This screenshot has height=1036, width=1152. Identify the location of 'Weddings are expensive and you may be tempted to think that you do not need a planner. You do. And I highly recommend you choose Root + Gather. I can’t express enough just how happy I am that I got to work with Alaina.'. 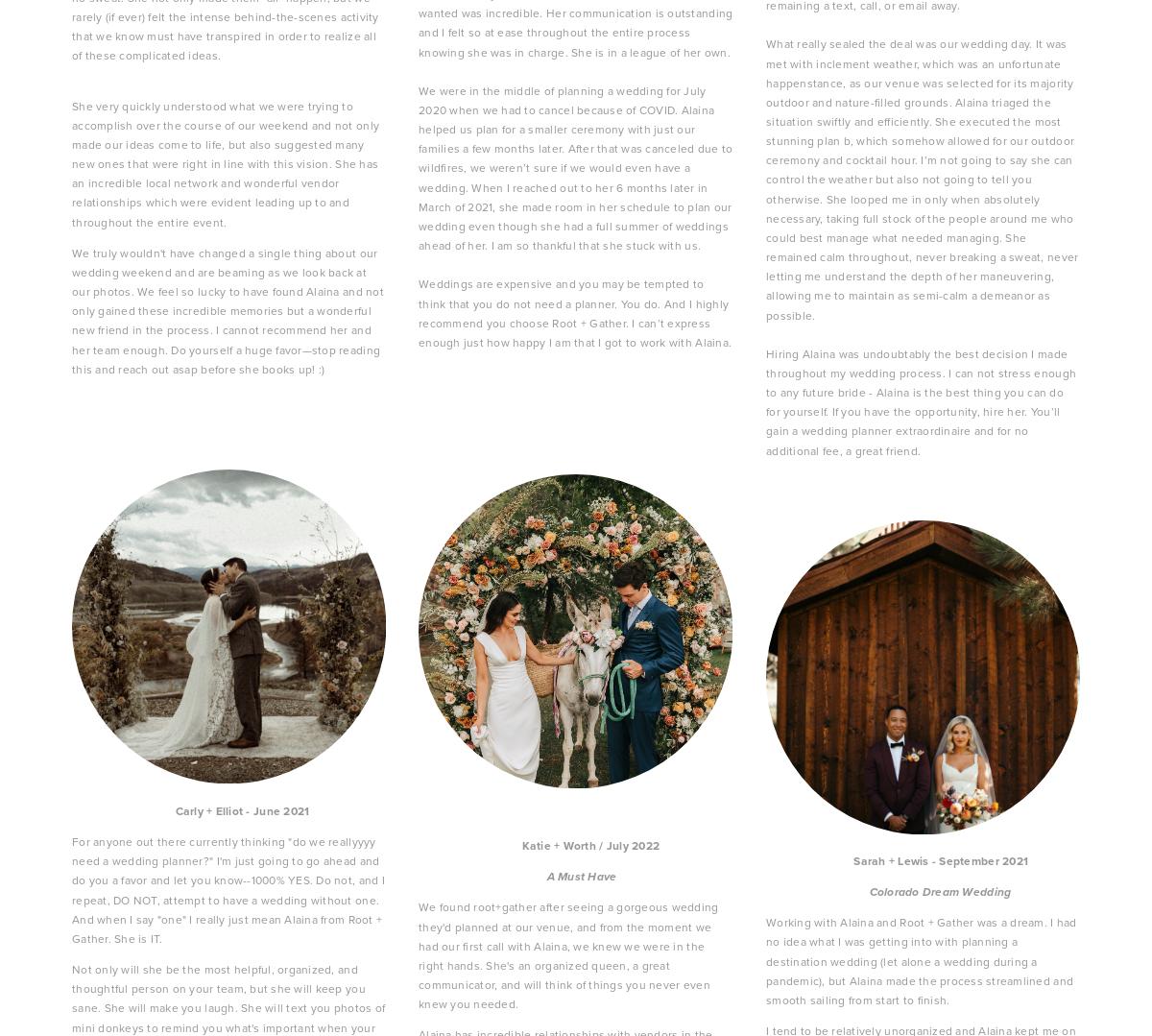
(574, 311).